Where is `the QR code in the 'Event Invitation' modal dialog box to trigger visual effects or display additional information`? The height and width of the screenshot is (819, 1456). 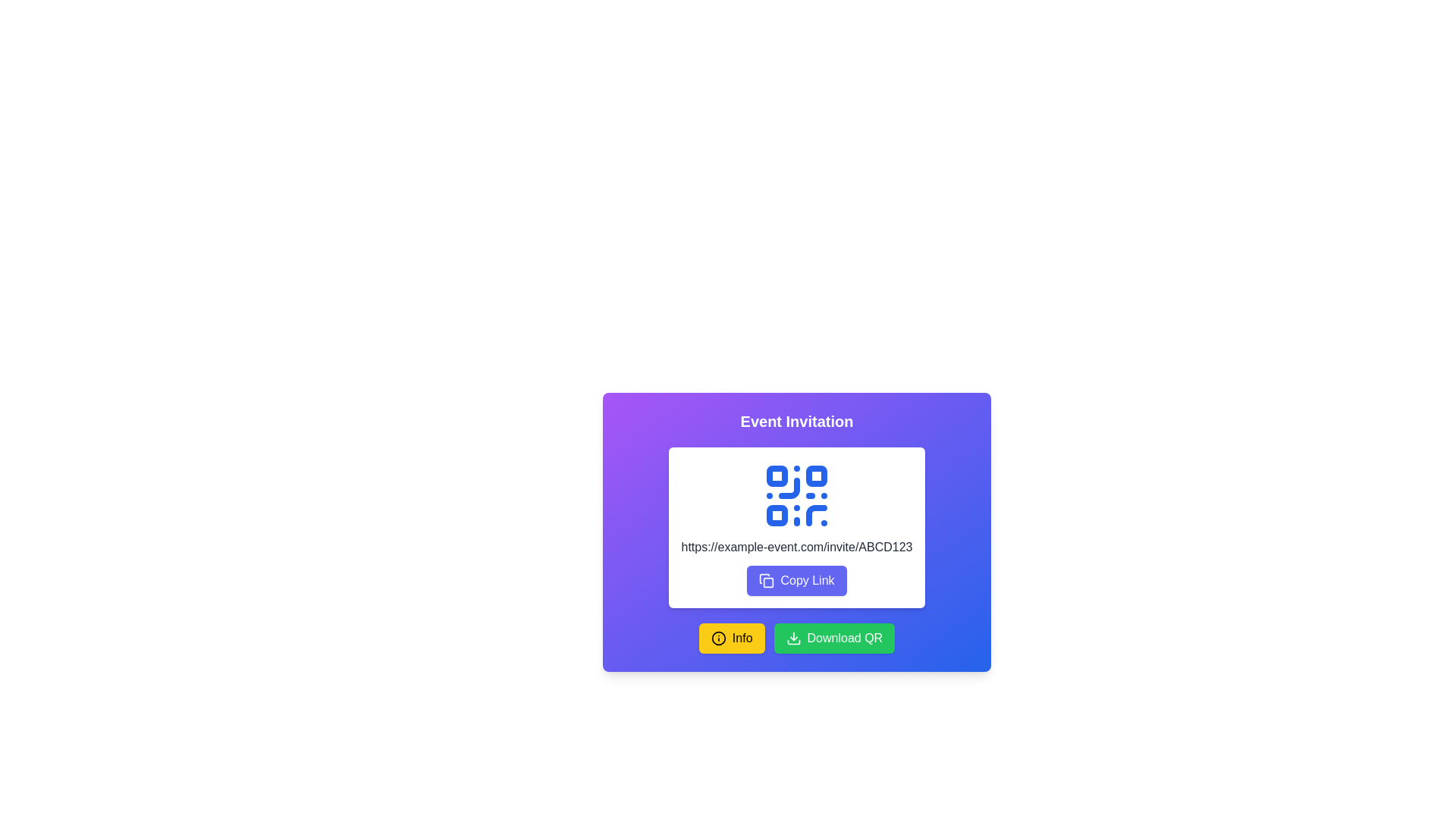
the QR code in the 'Event Invitation' modal dialog box to trigger visual effects or display additional information is located at coordinates (796, 578).